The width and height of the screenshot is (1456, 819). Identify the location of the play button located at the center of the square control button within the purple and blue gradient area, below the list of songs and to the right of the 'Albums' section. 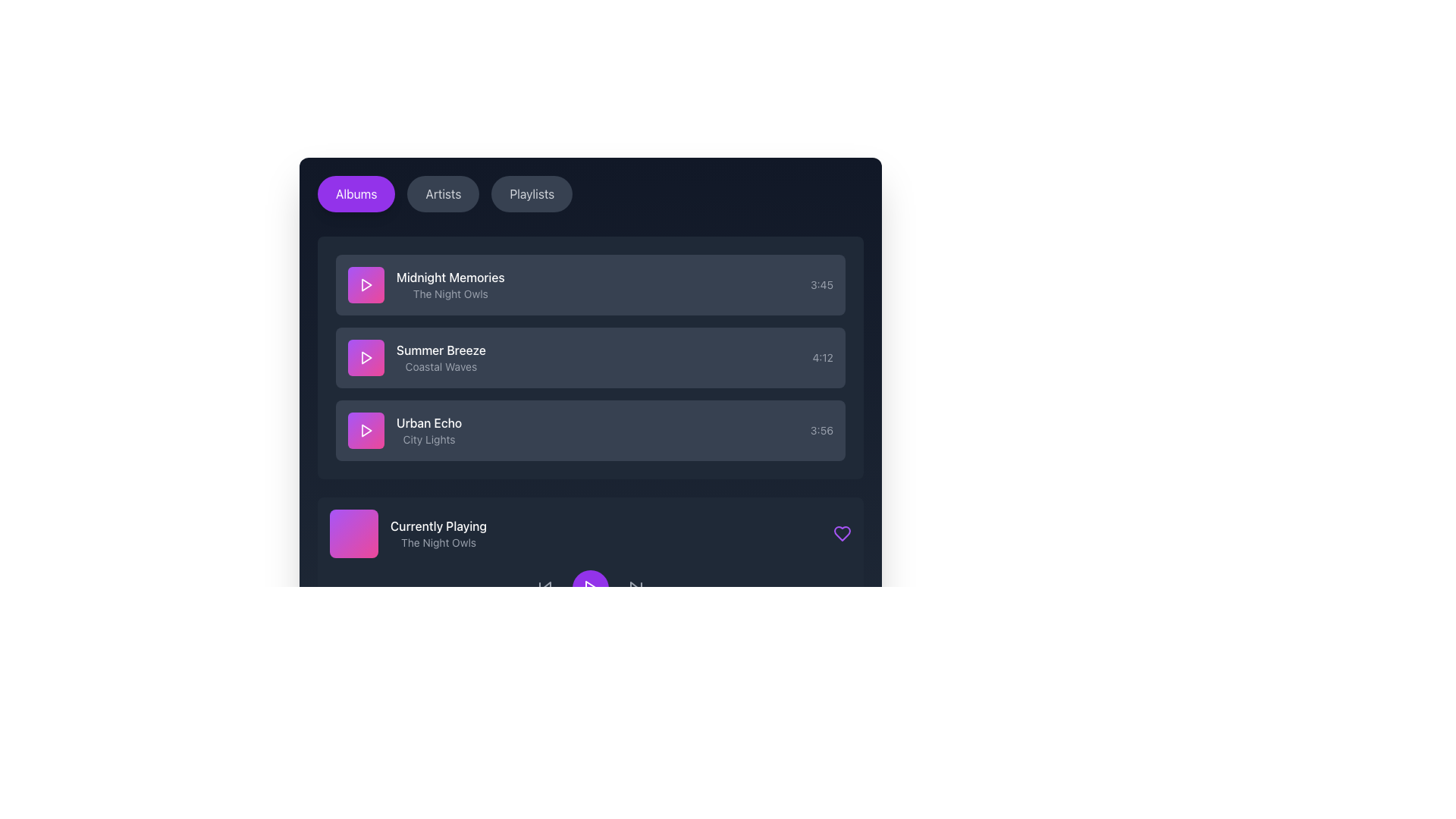
(366, 357).